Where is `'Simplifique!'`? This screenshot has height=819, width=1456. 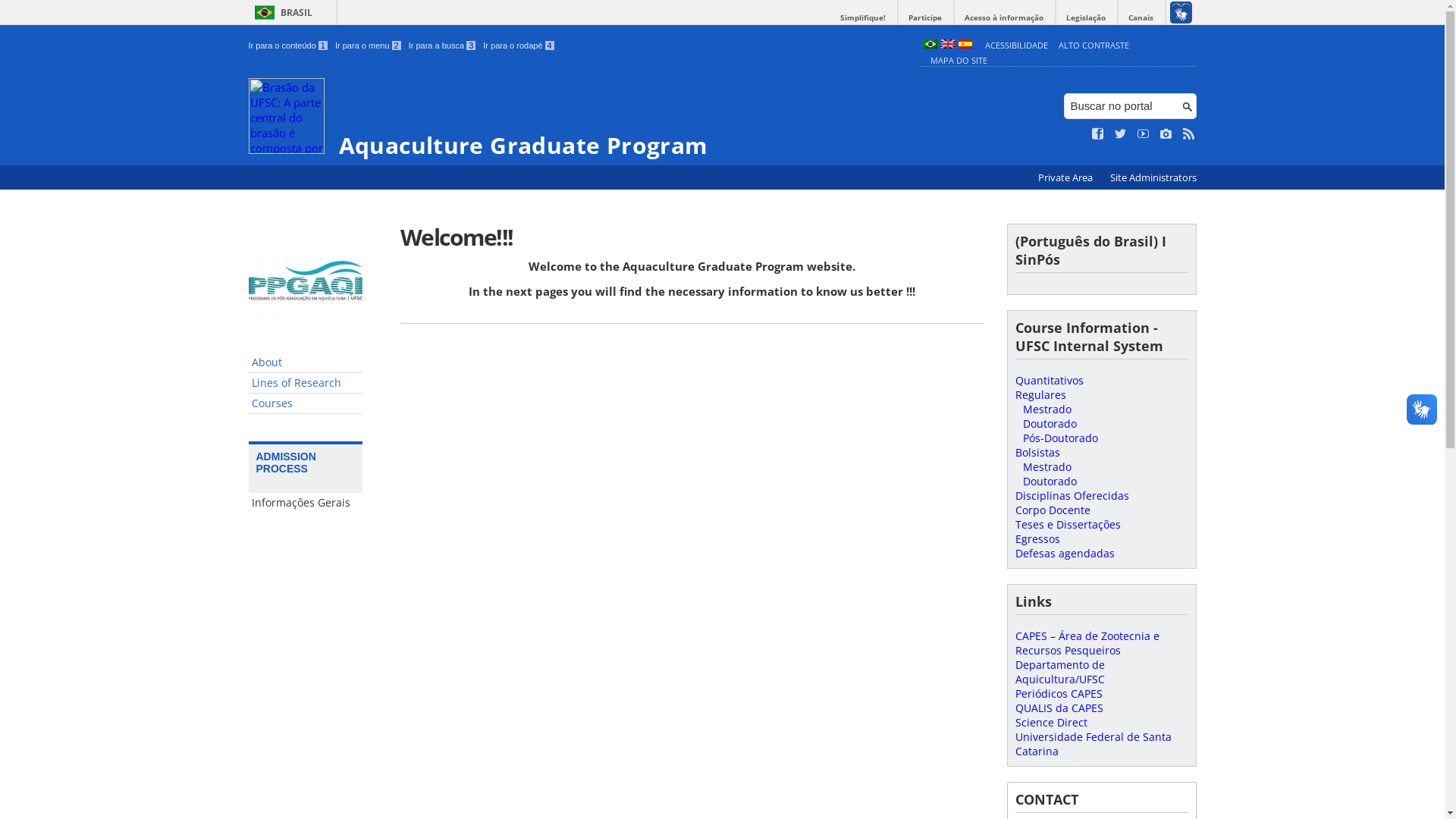 'Simplifique!' is located at coordinates (862, 17).